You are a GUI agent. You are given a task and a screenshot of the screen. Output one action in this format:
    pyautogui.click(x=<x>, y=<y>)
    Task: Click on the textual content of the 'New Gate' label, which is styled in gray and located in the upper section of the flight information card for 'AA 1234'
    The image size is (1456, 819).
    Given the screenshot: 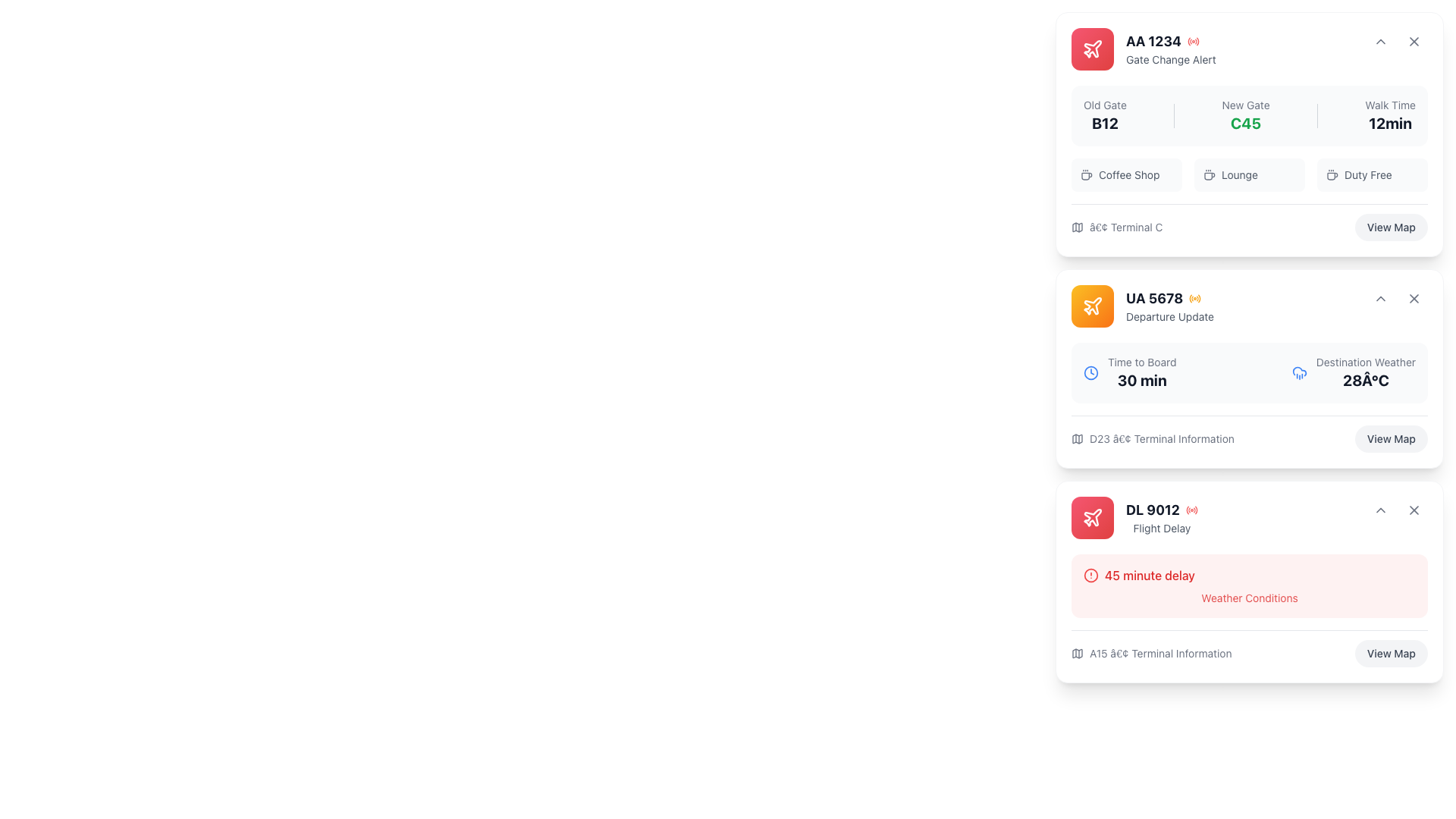 What is the action you would take?
    pyautogui.click(x=1246, y=104)
    